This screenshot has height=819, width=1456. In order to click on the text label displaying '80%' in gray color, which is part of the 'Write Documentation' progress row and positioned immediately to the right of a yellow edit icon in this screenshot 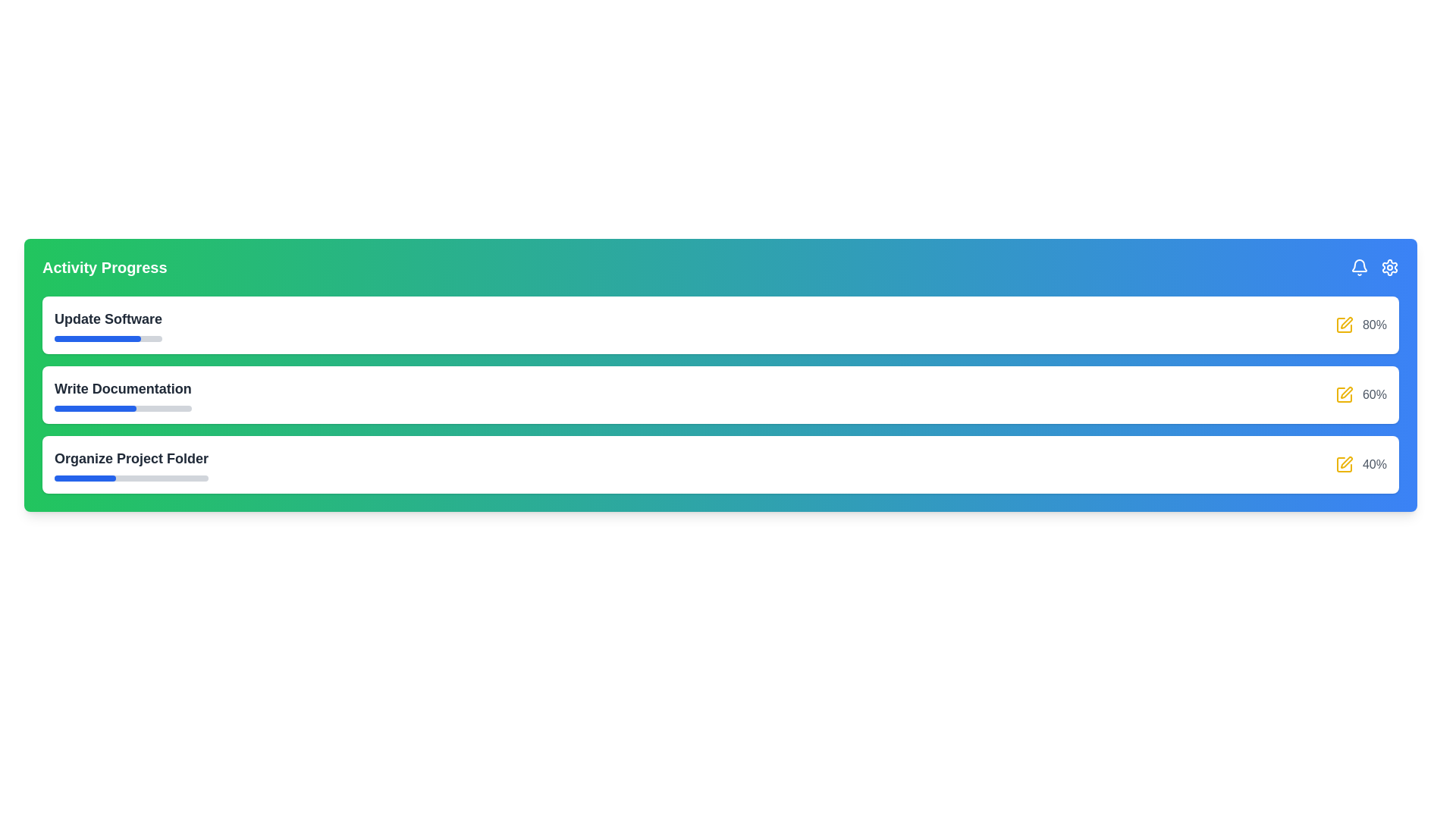, I will do `click(1375, 324)`.